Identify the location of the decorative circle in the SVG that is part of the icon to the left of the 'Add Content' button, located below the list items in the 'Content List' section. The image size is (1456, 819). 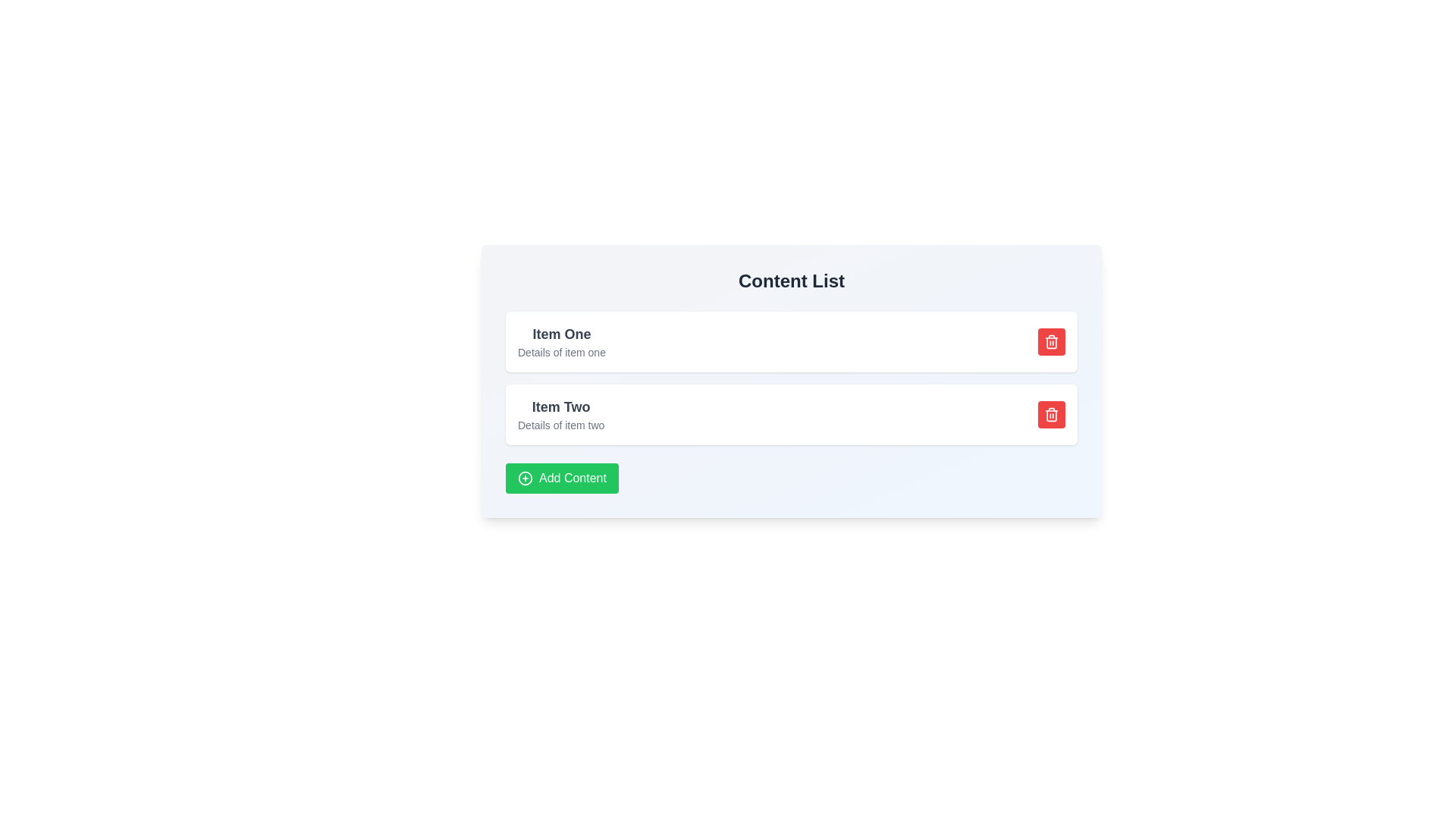
(525, 479).